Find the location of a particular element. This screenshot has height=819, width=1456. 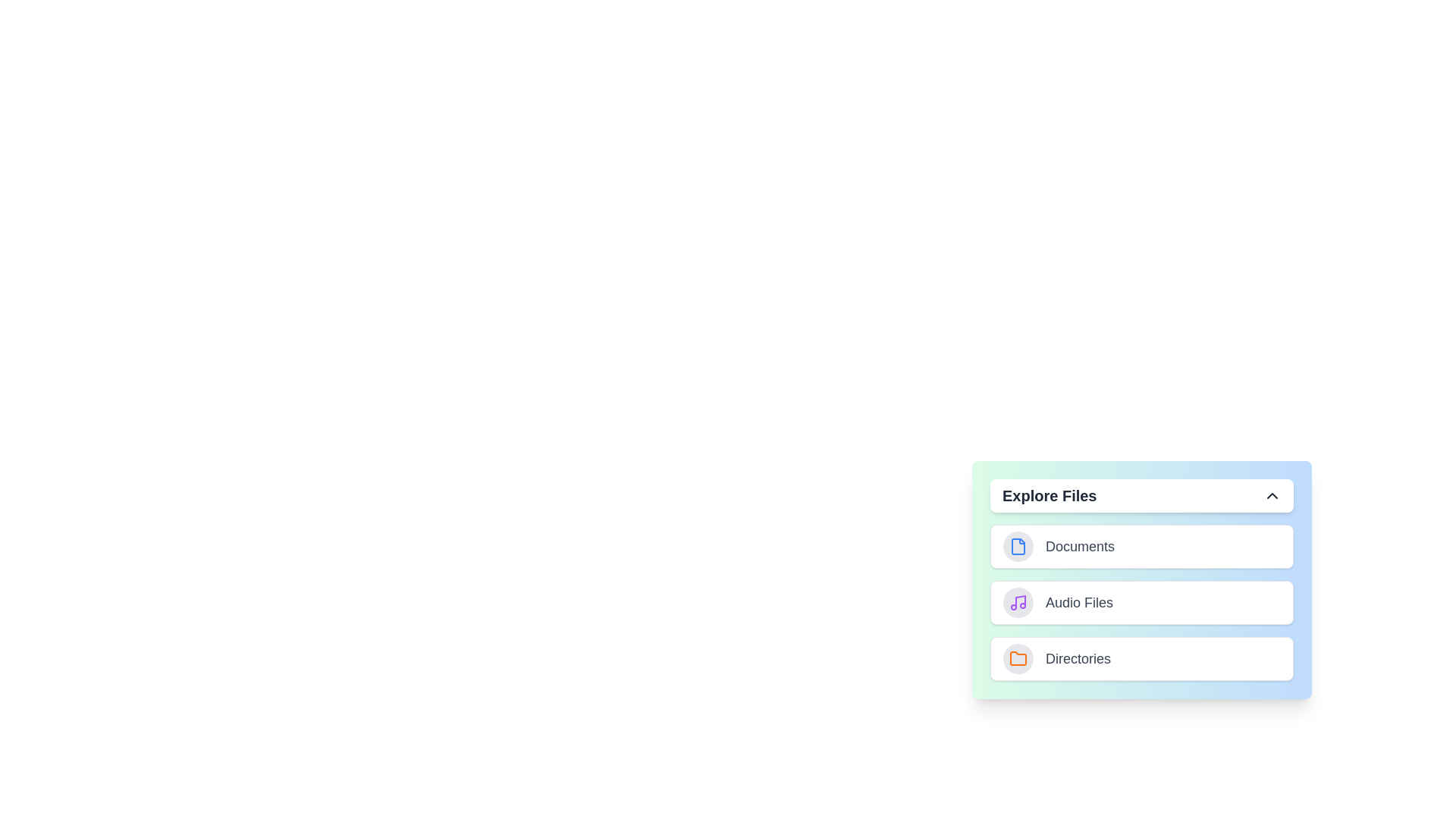

the 'Explore Files' button to toggle the menu's visibility is located at coordinates (1142, 496).